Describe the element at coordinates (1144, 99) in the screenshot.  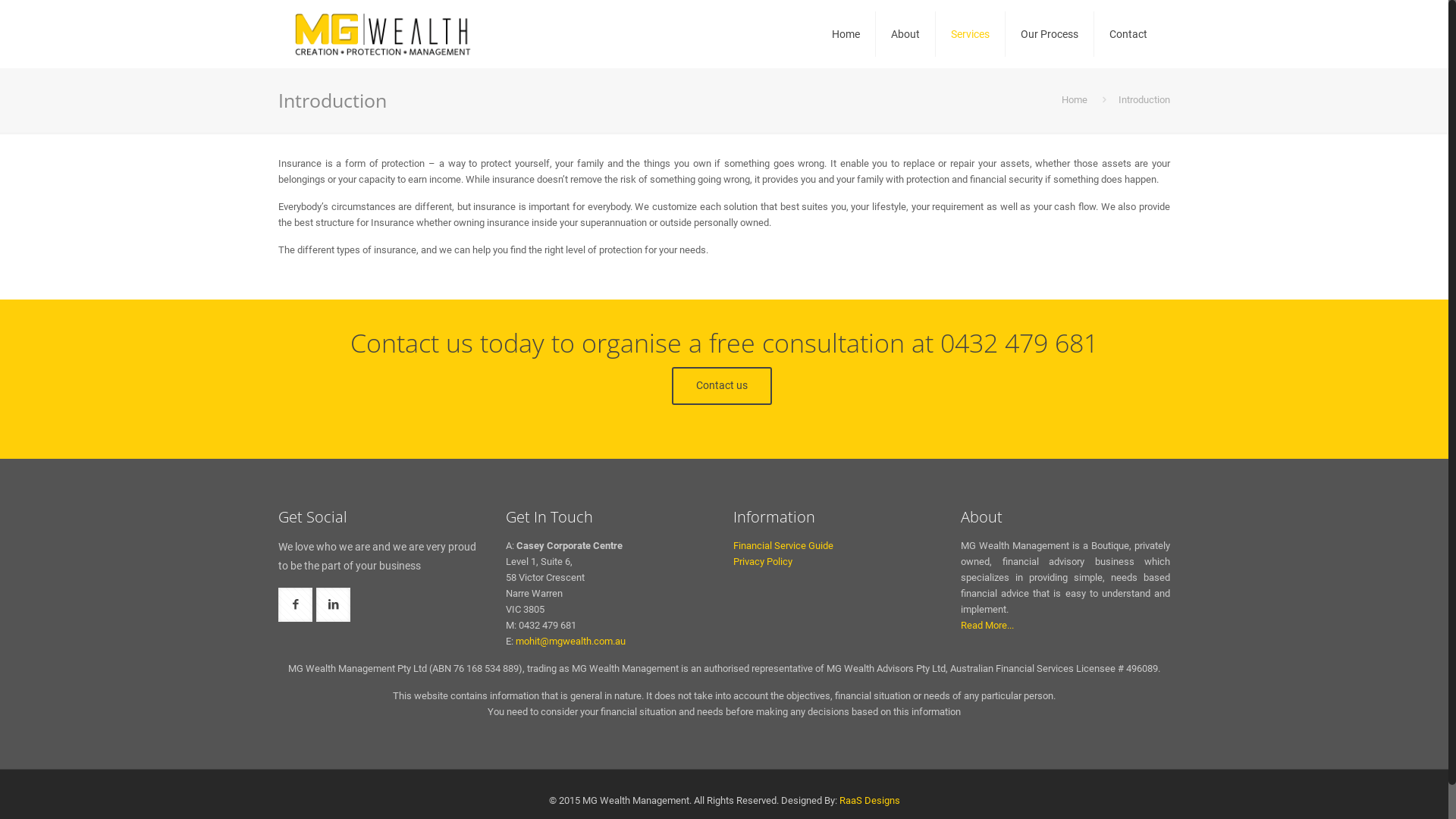
I see `'Introduction'` at that location.